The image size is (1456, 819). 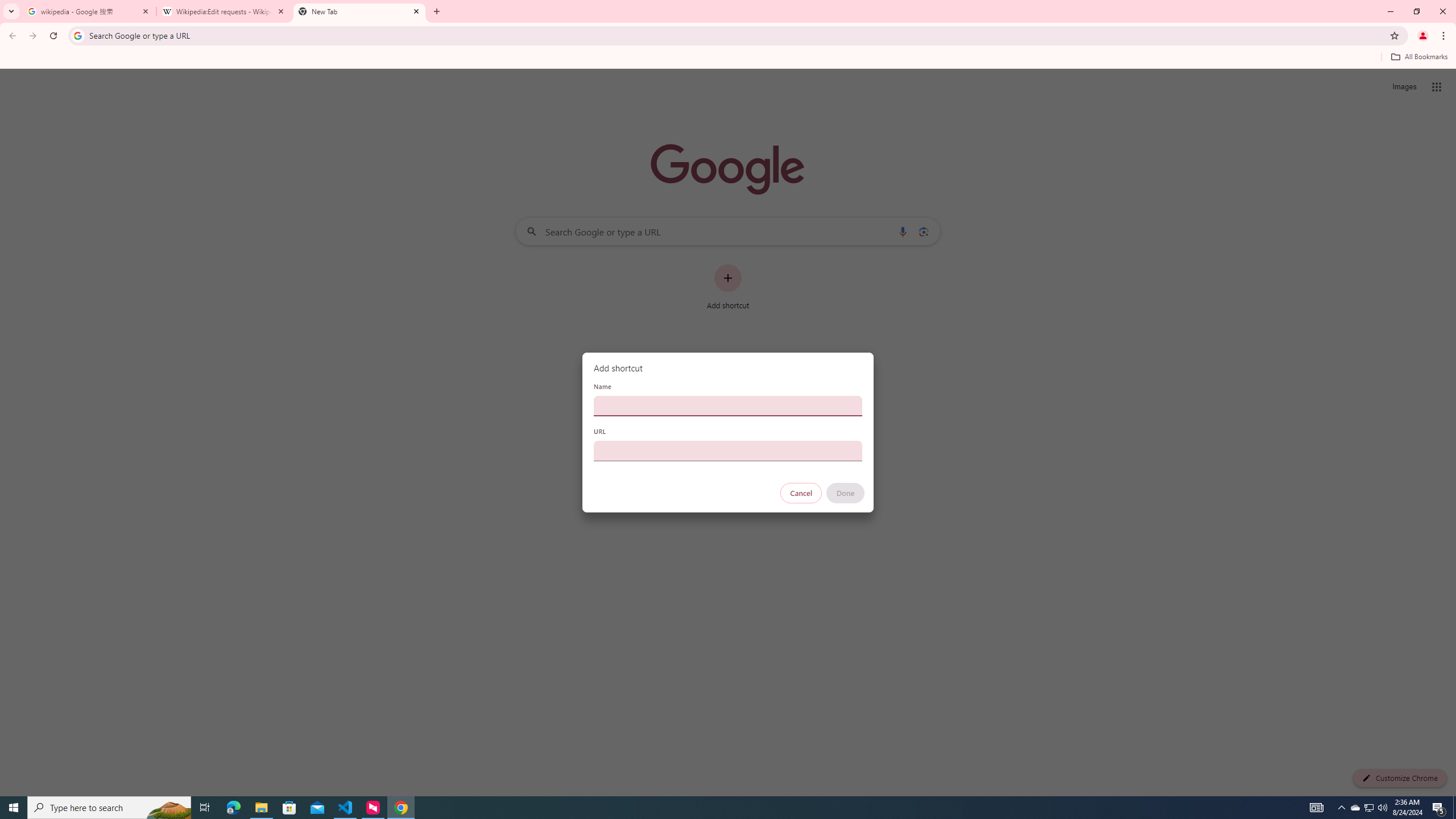 What do you see at coordinates (728, 405) in the screenshot?
I see `'Name'` at bounding box center [728, 405].